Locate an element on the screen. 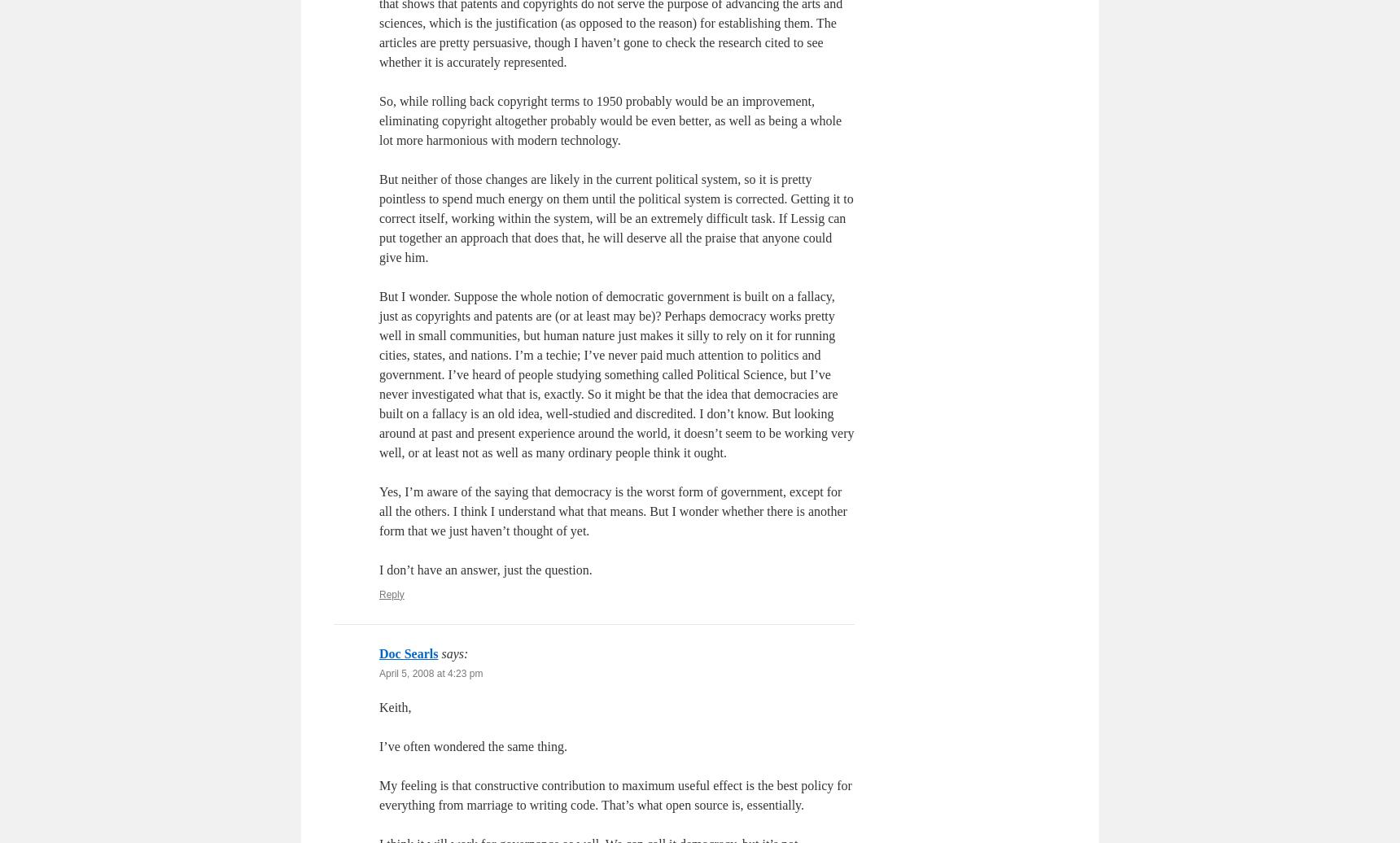  'Reply' is located at coordinates (391, 593).